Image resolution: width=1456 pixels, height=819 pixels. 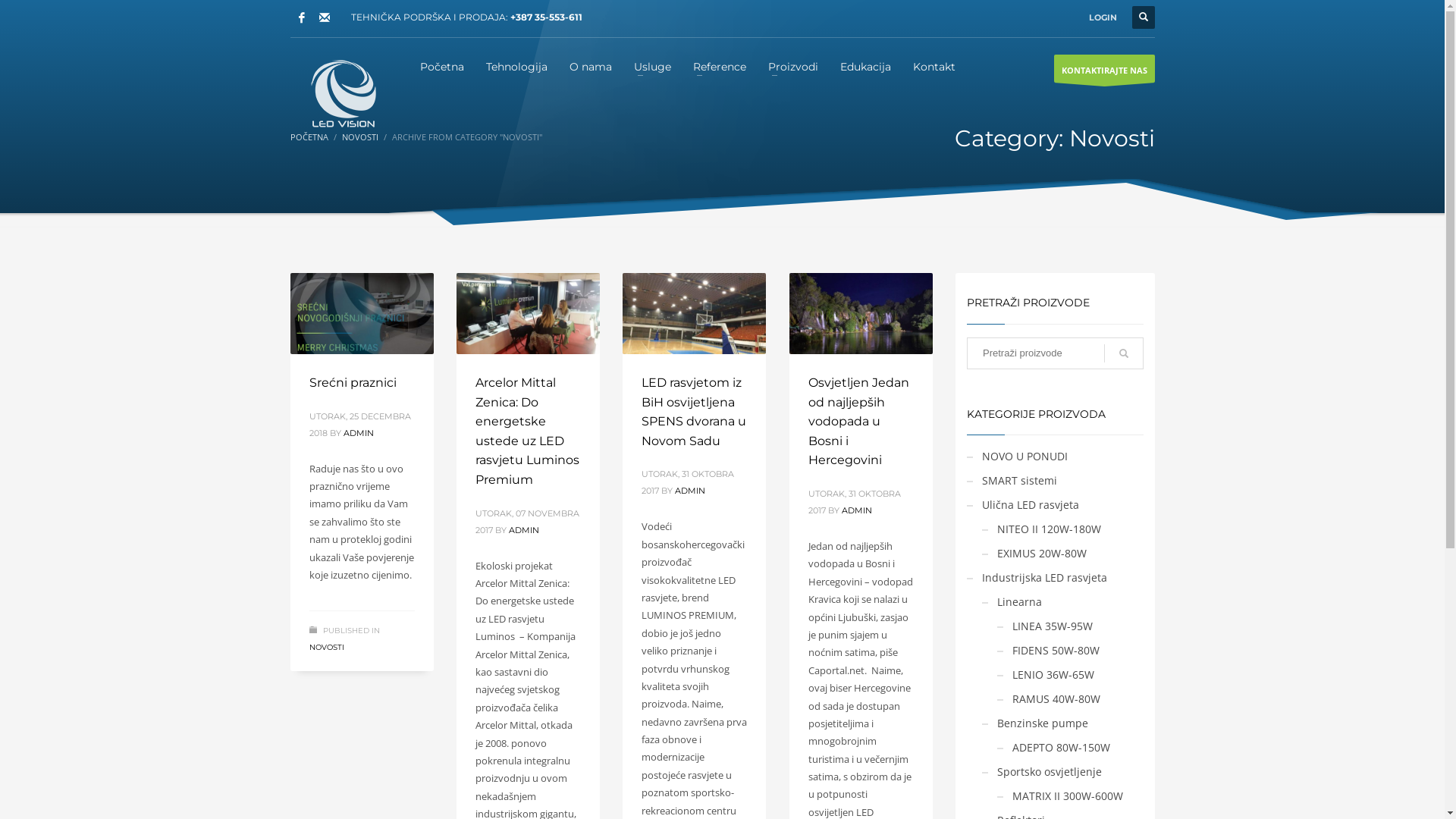 I want to click on 'KONTAKTIRAJTE NAS', so click(x=1104, y=68).